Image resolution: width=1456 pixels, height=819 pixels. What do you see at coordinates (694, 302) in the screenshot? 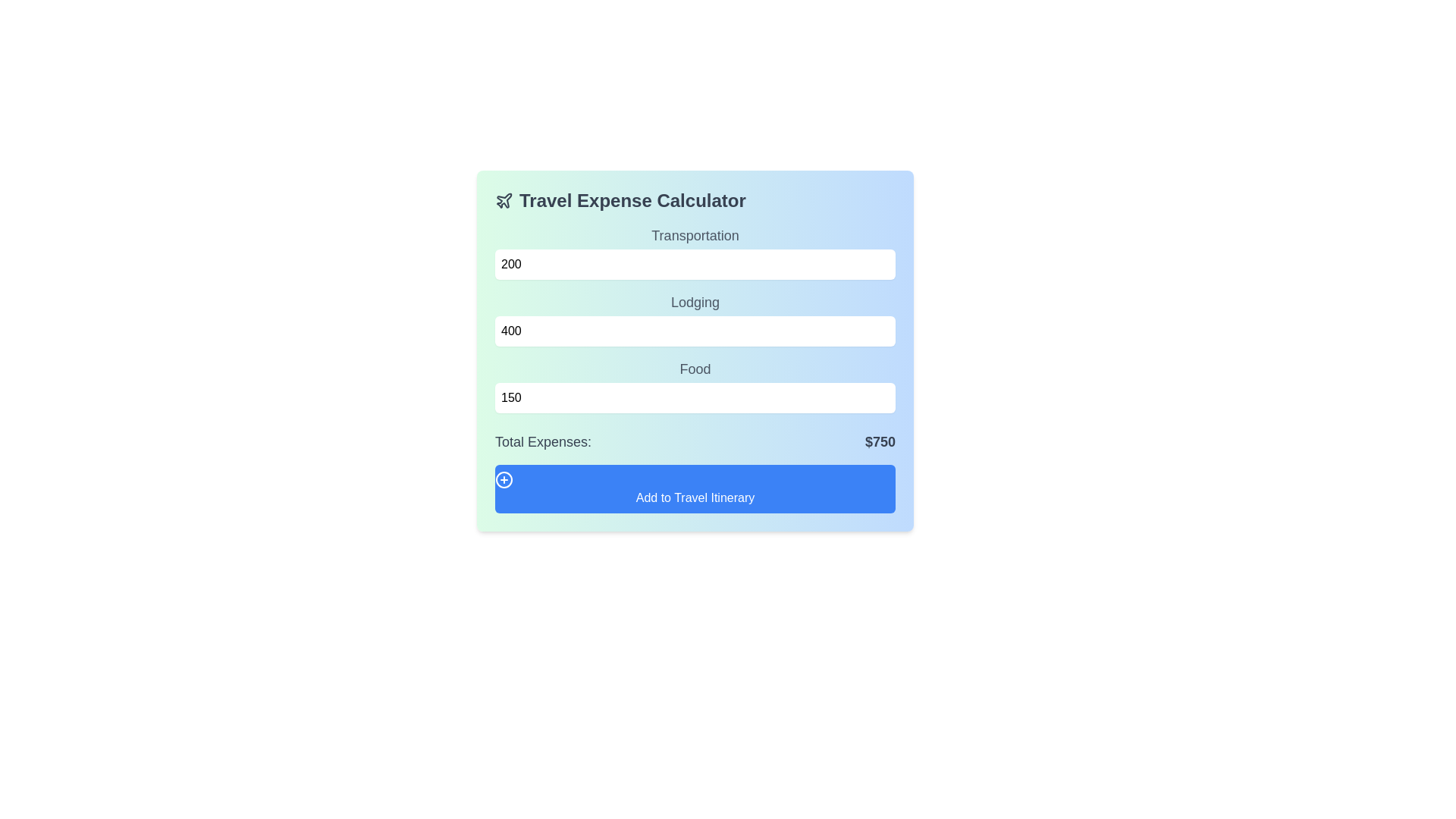
I see `the text label reading 'Lodging', which is displayed centrally in a medium gray font and serves as a heading for an input component below it` at bounding box center [694, 302].